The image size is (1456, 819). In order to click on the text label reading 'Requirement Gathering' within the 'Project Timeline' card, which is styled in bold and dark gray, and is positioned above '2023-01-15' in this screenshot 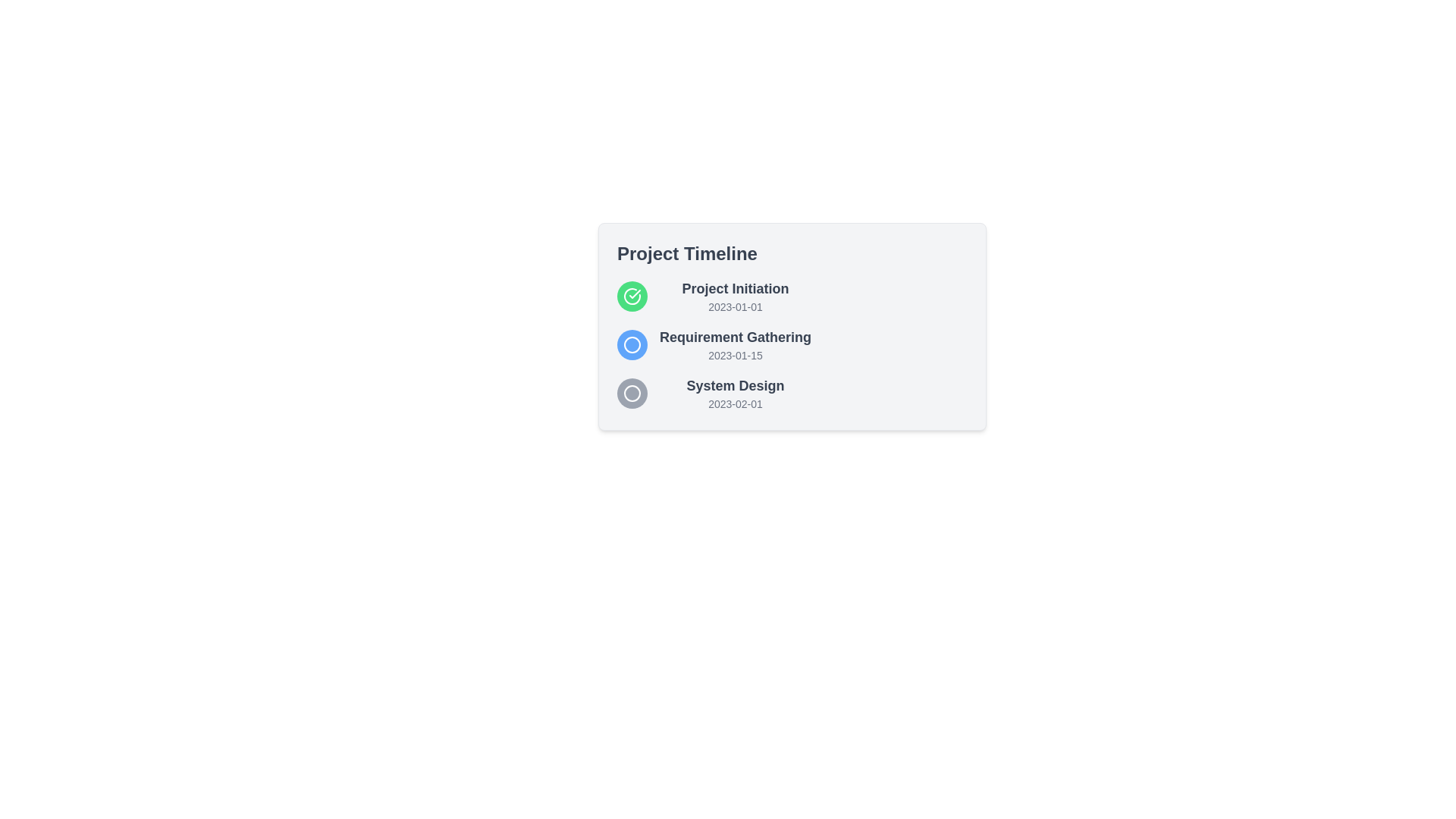, I will do `click(735, 336)`.